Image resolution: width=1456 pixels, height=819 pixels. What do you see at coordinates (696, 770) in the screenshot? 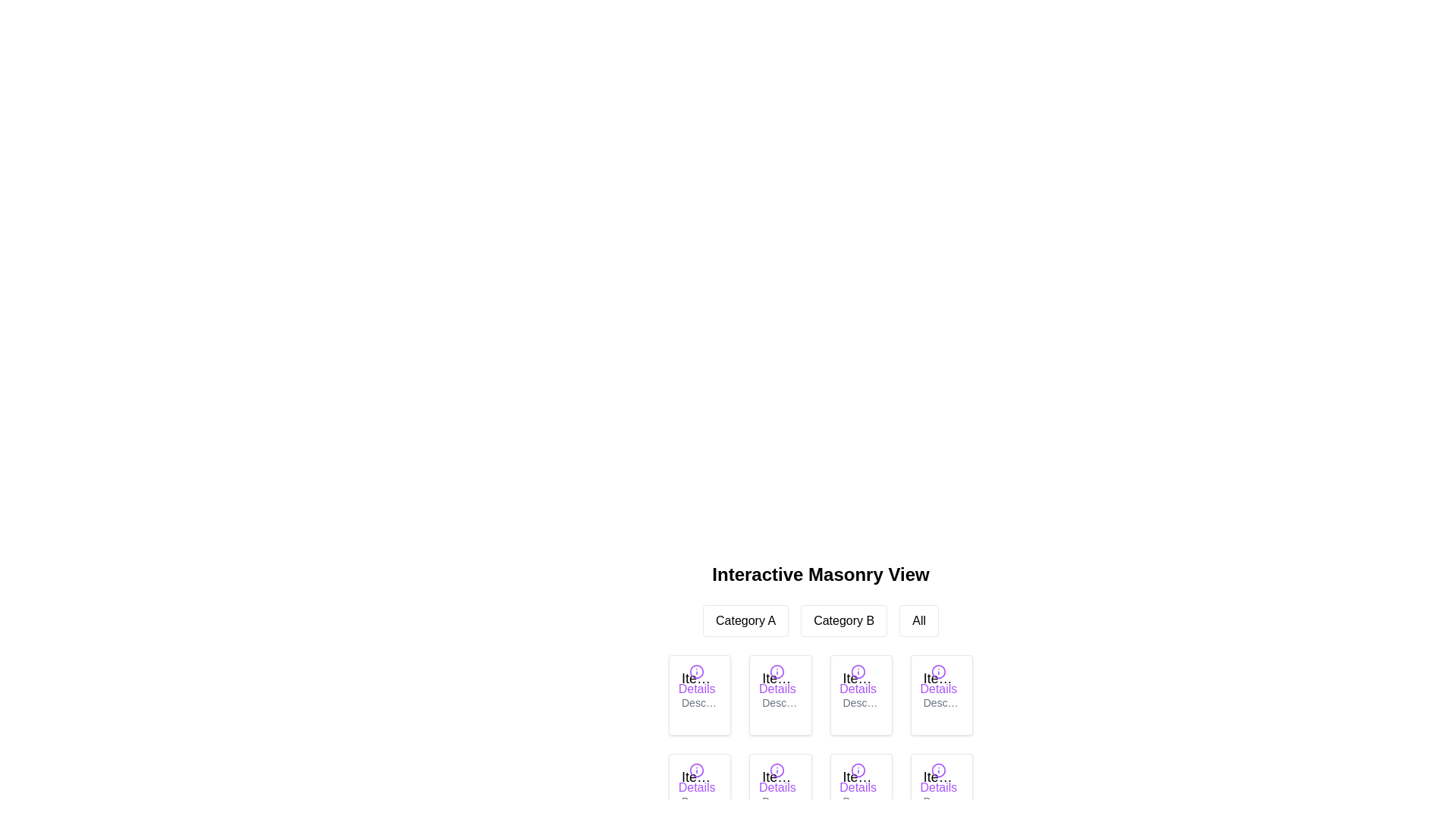
I see `the circular SVG shape that is part of a composite icon located in the first column of the second row in a masonry grid layout` at bounding box center [696, 770].